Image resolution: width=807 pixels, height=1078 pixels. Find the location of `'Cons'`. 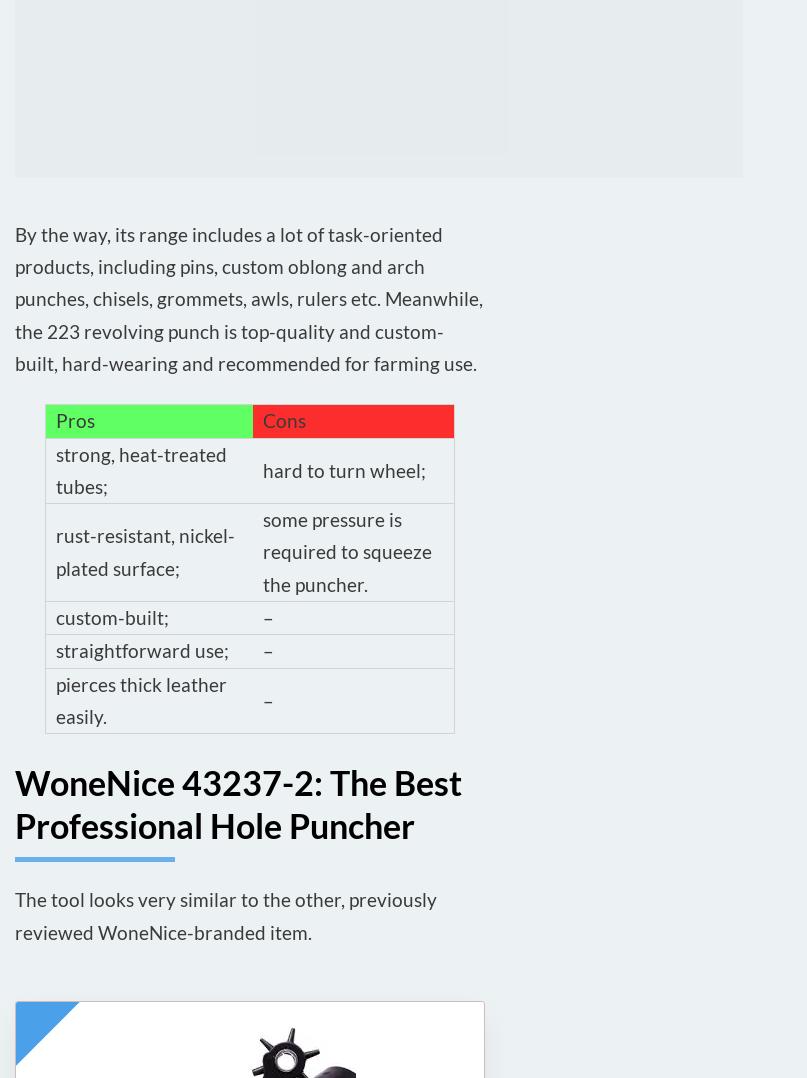

'Cons' is located at coordinates (282, 419).